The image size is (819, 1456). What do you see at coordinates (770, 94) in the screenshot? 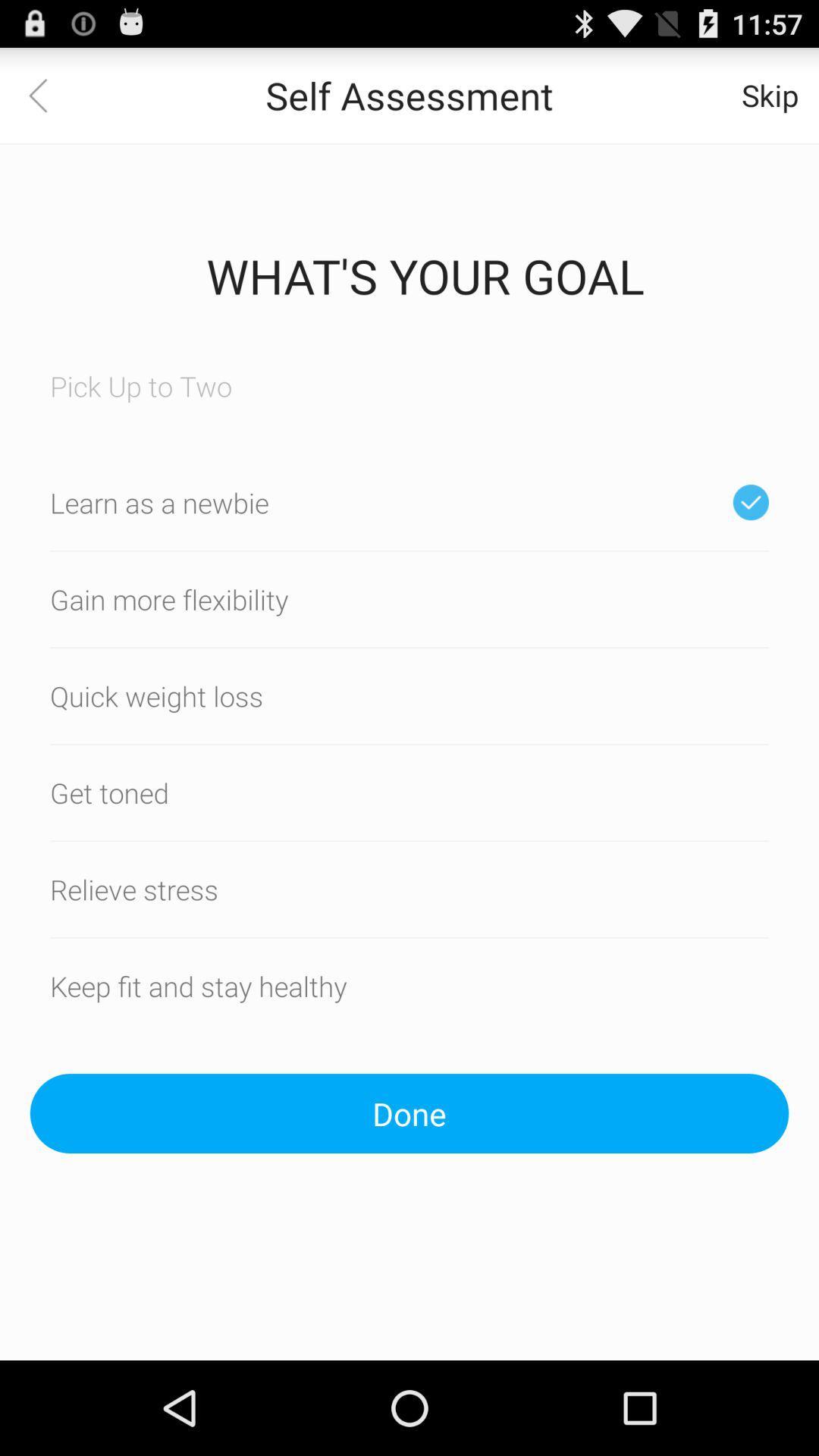
I see `the app to the right of the self assessment app` at bounding box center [770, 94].